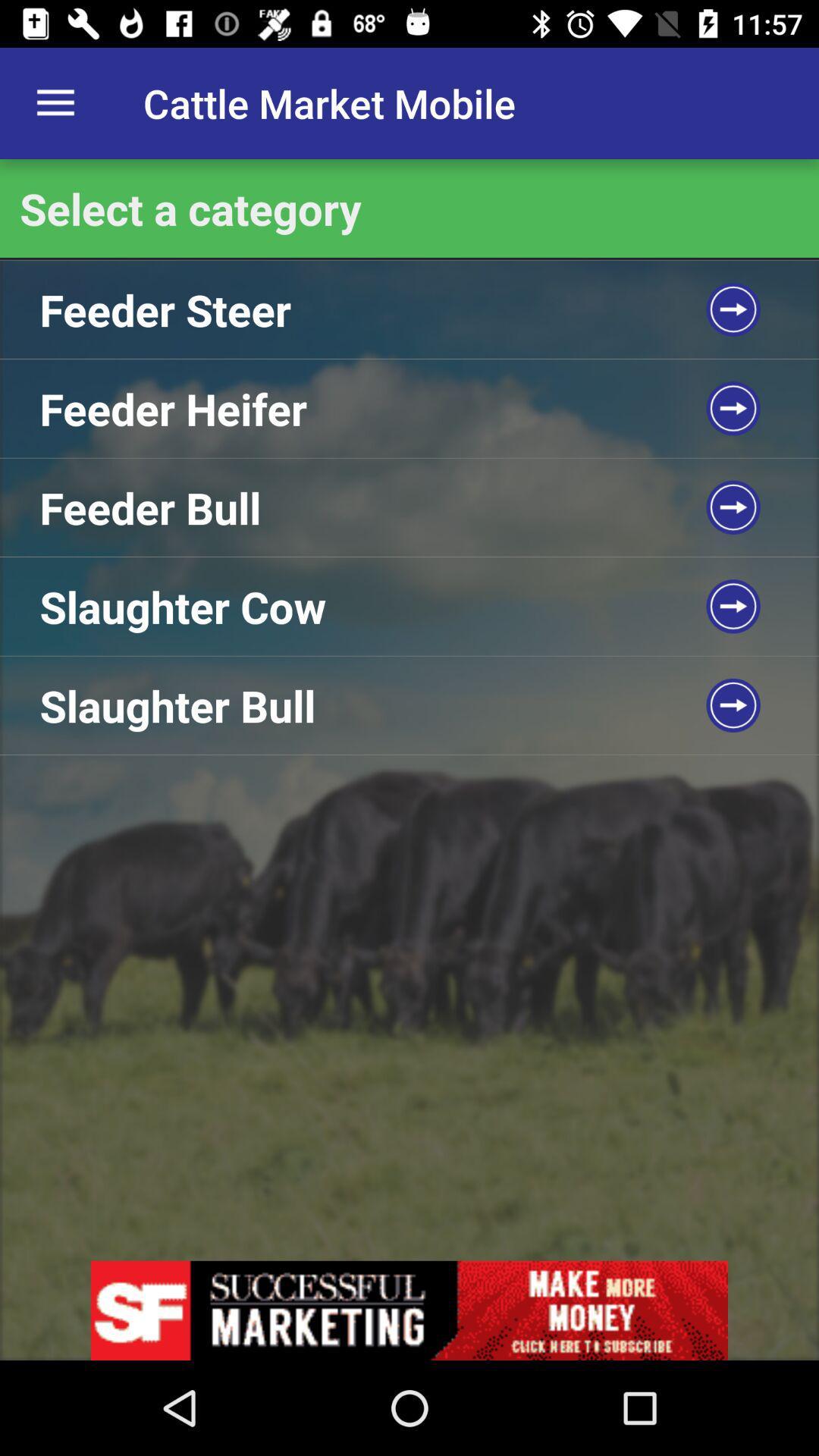 This screenshot has width=819, height=1456. I want to click on this is an advertisement, so click(409, 1310).